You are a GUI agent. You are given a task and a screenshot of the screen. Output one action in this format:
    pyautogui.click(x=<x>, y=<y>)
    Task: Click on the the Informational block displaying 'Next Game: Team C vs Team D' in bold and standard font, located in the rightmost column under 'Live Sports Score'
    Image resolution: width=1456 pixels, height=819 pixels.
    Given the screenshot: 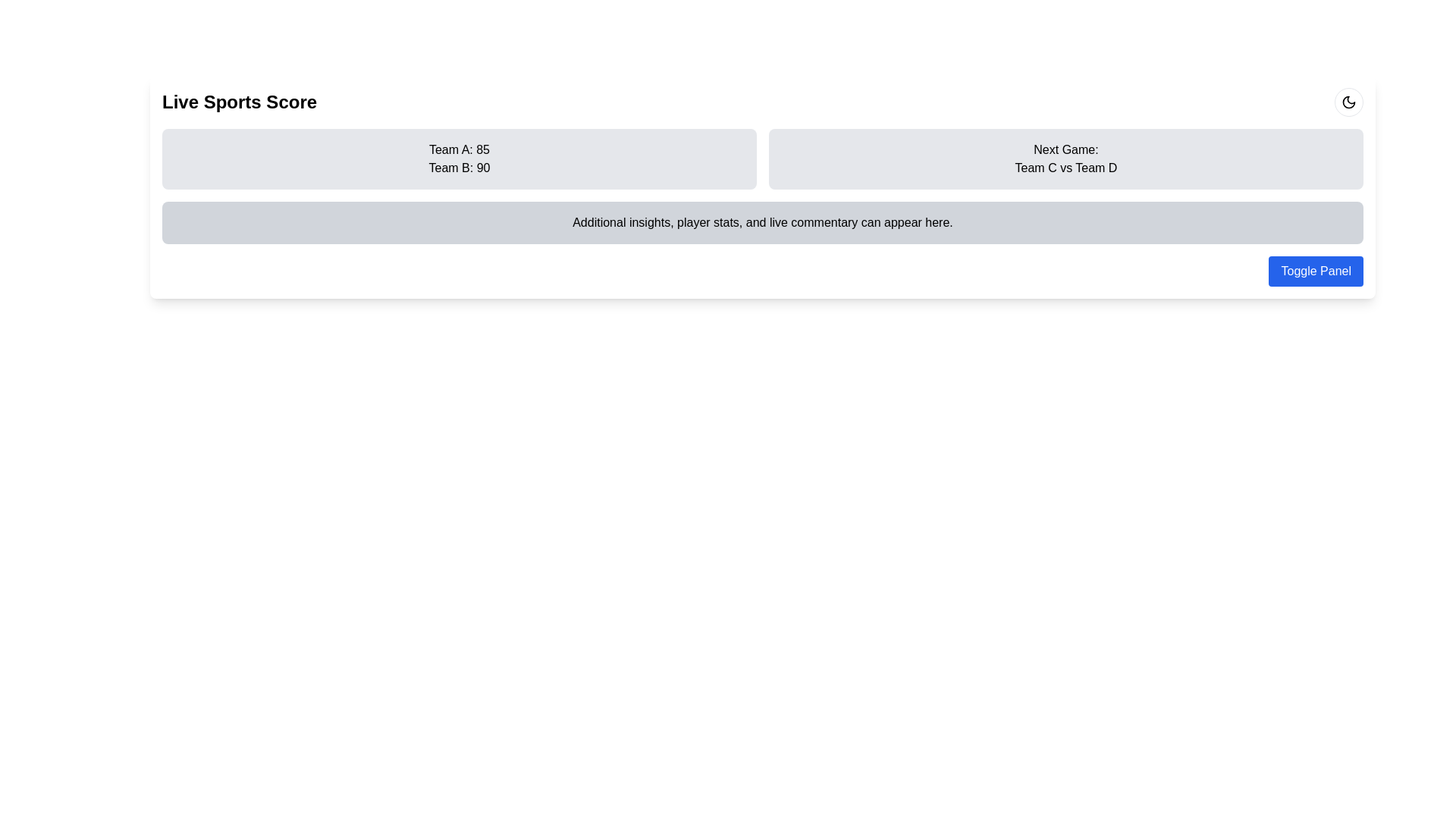 What is the action you would take?
    pyautogui.click(x=1065, y=158)
    